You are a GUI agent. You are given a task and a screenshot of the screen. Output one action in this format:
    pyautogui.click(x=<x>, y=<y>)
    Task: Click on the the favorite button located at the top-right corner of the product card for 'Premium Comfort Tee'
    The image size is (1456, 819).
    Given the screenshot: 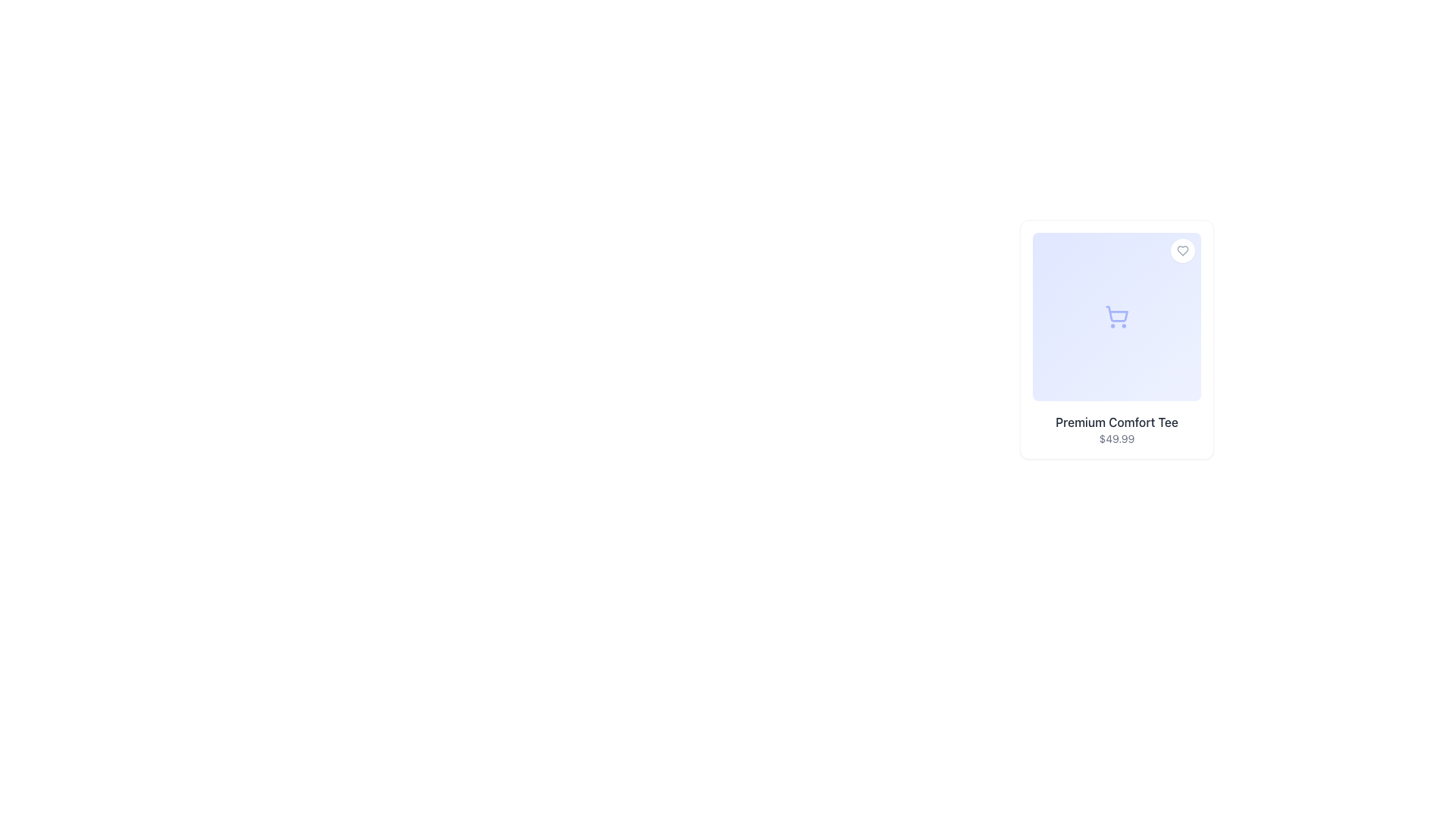 What is the action you would take?
    pyautogui.click(x=1182, y=250)
    